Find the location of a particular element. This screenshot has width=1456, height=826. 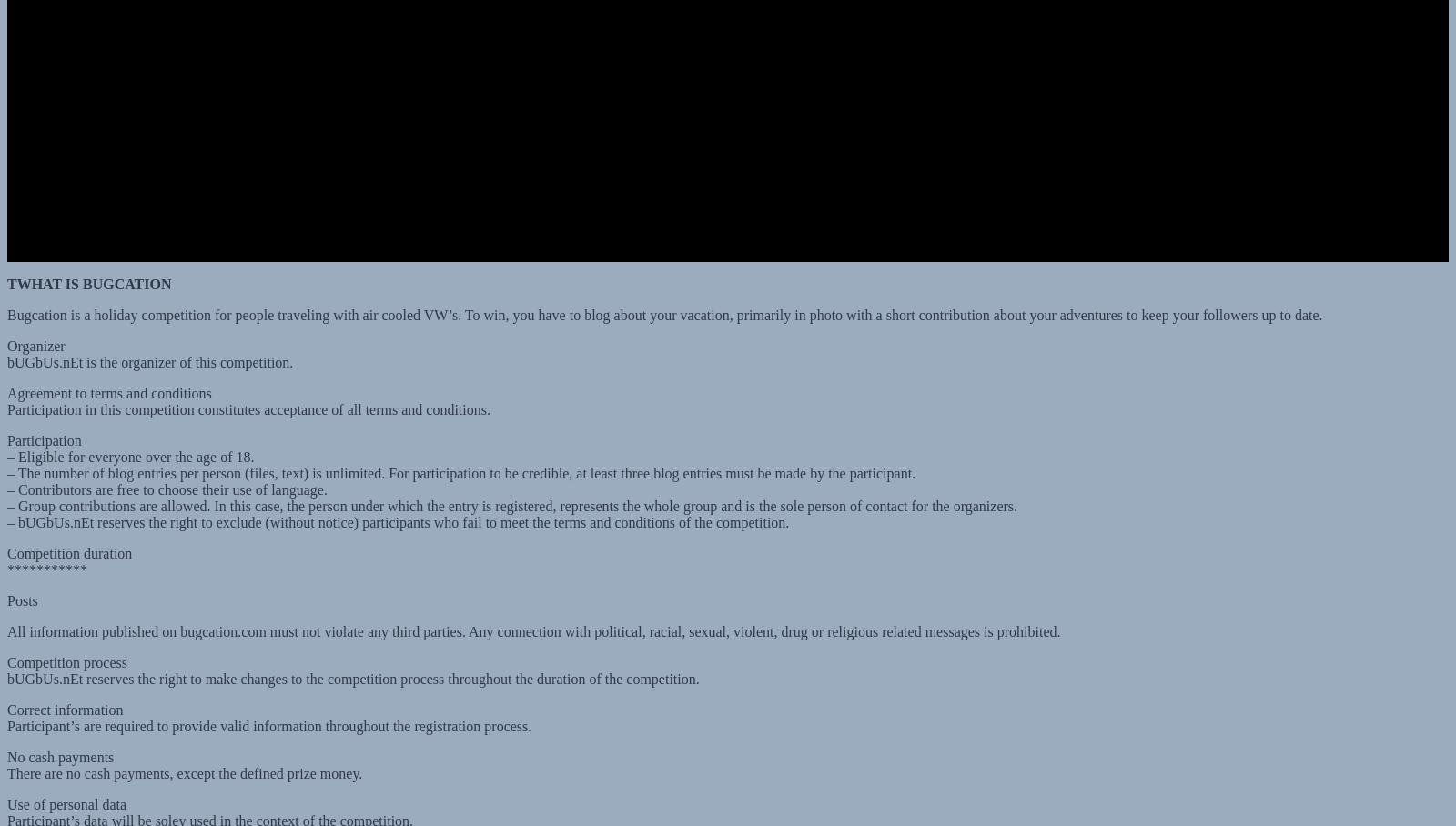

'bUGbUs.nEt is the organizer of this competition.' is located at coordinates (148, 344).